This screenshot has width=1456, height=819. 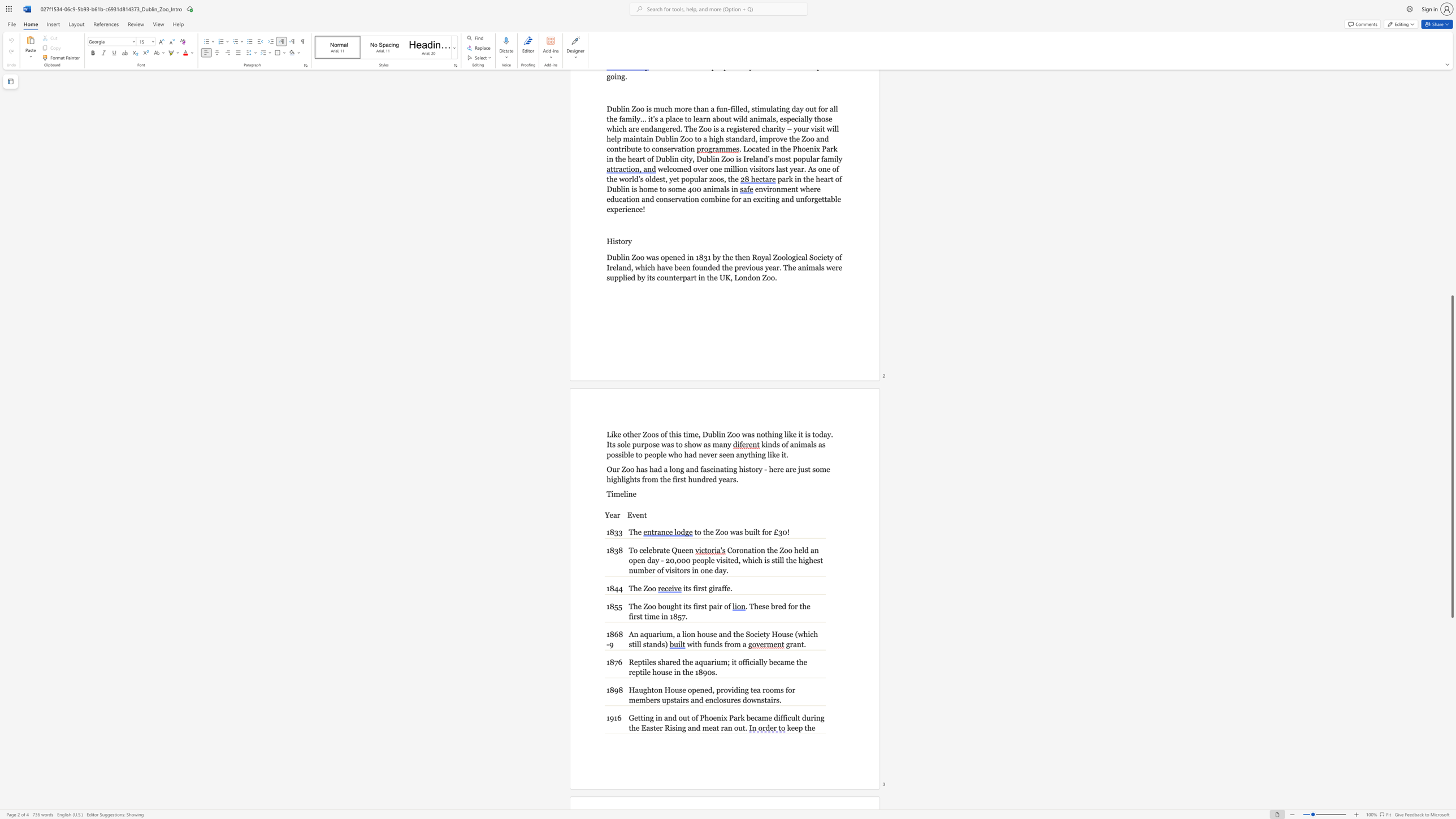 What do you see at coordinates (713, 606) in the screenshot?
I see `the subset text "air" within the text "The Zoo bought its first pair of"` at bounding box center [713, 606].